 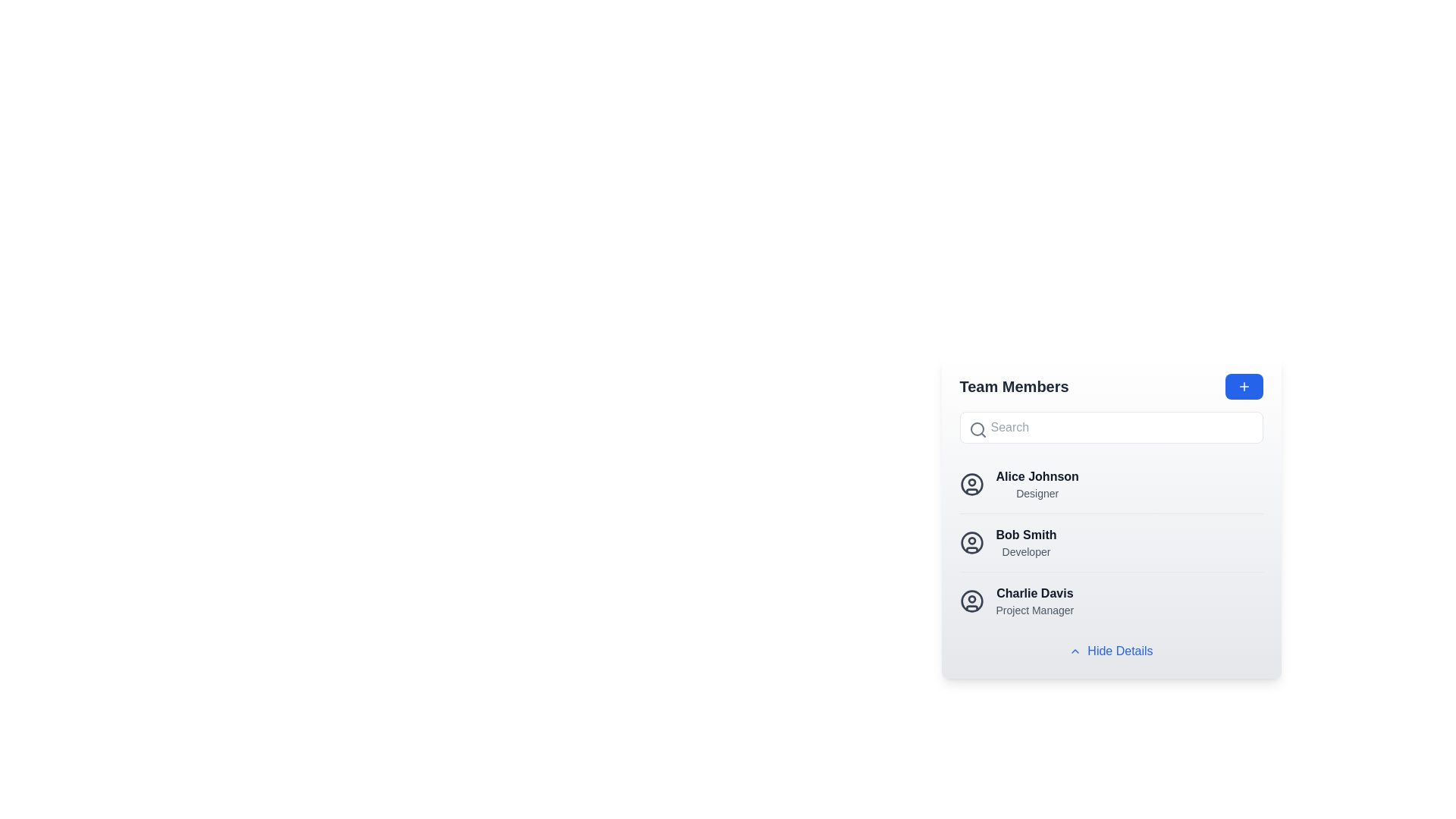 What do you see at coordinates (971, 485) in the screenshot?
I see `the circular user profile icon with a dark gray outline to associate it with the profile of 'Alice Johnson'` at bounding box center [971, 485].